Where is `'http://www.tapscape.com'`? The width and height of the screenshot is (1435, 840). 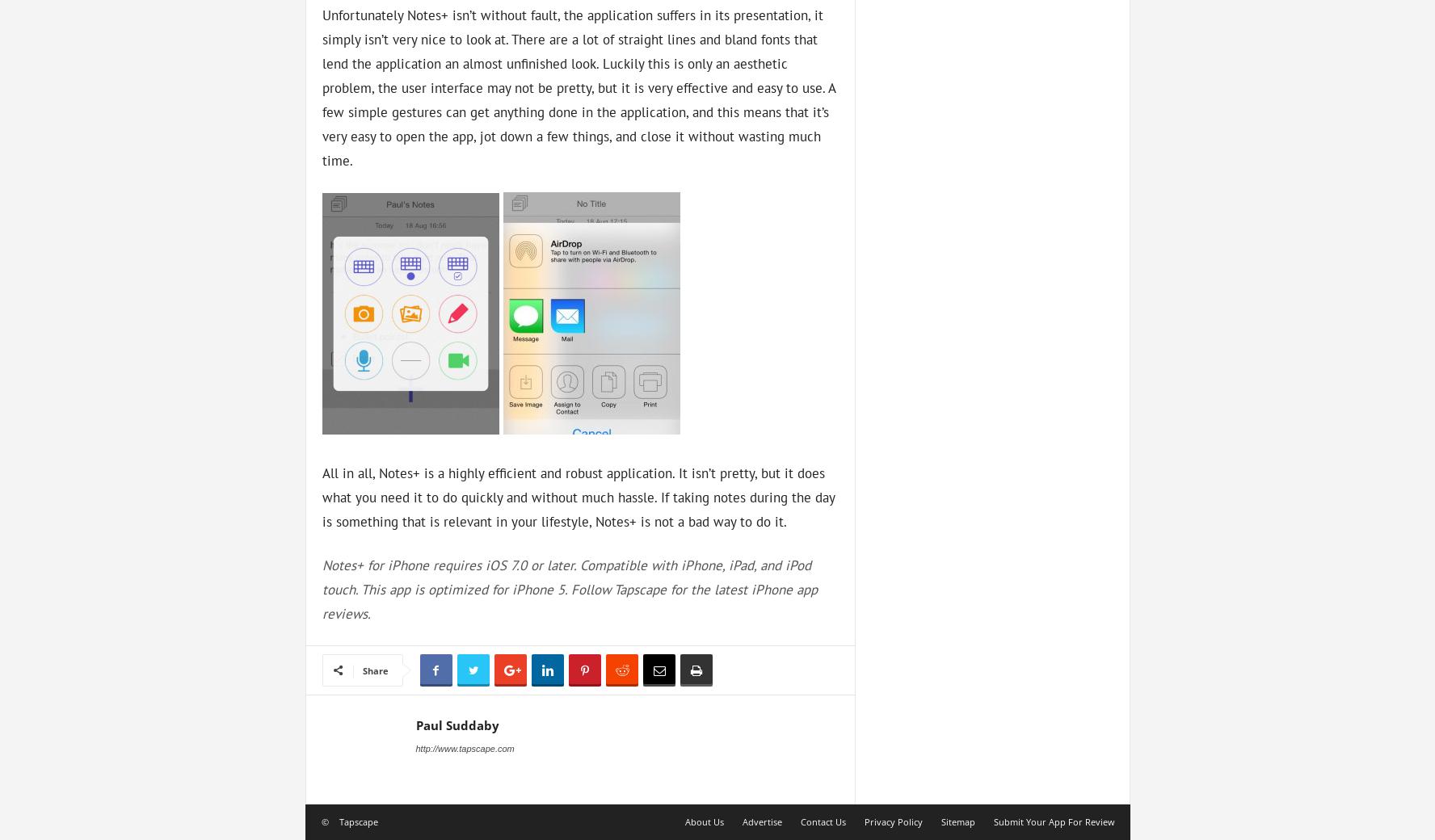 'http://www.tapscape.com' is located at coordinates (465, 746).